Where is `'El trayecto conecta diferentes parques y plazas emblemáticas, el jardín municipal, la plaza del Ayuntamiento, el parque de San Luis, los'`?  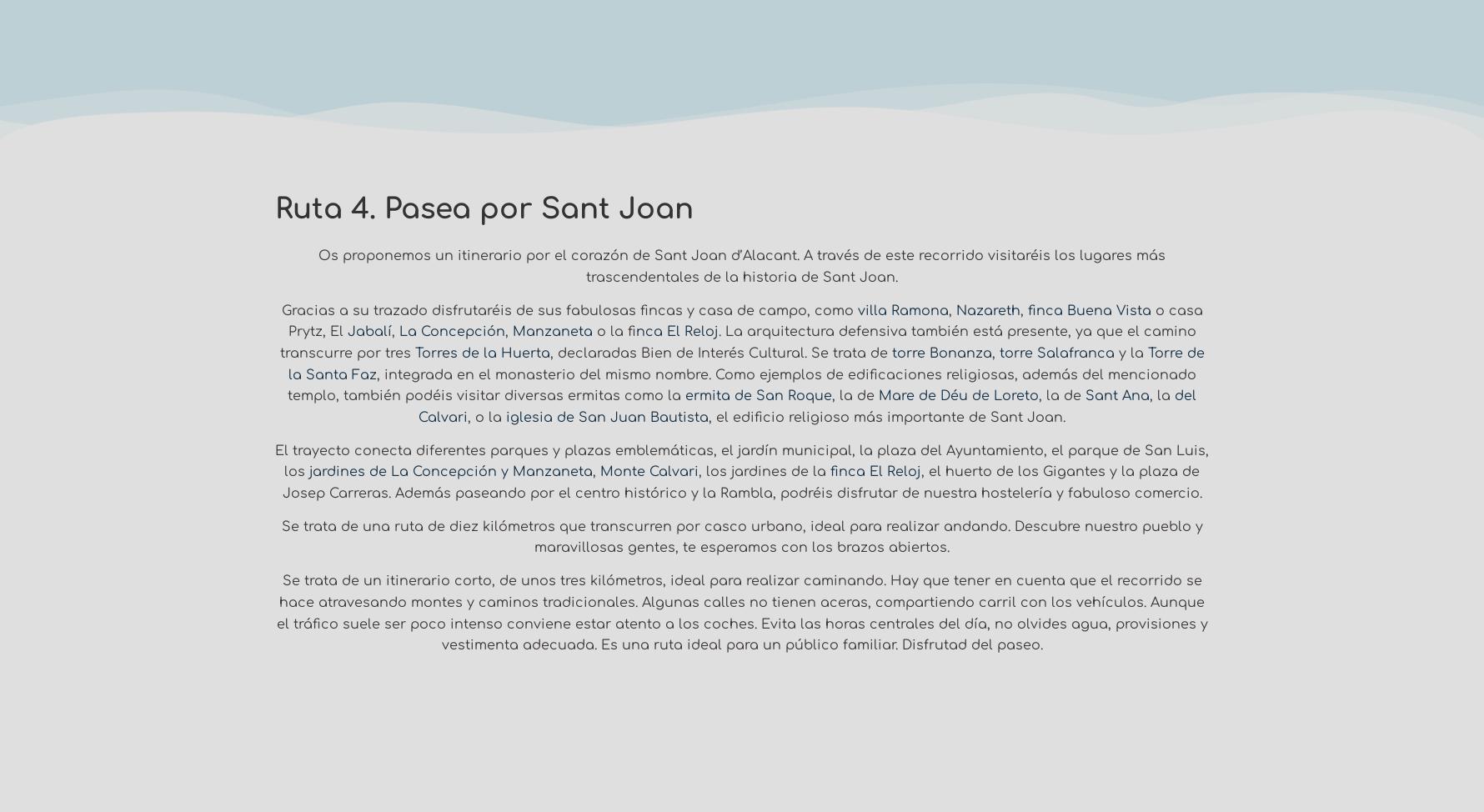
'El trayecto conecta diferentes parques y plazas emblemáticas, el jardín municipal, la plaza del Ayuntamiento, el parque de San Luis, los' is located at coordinates (742, 461).